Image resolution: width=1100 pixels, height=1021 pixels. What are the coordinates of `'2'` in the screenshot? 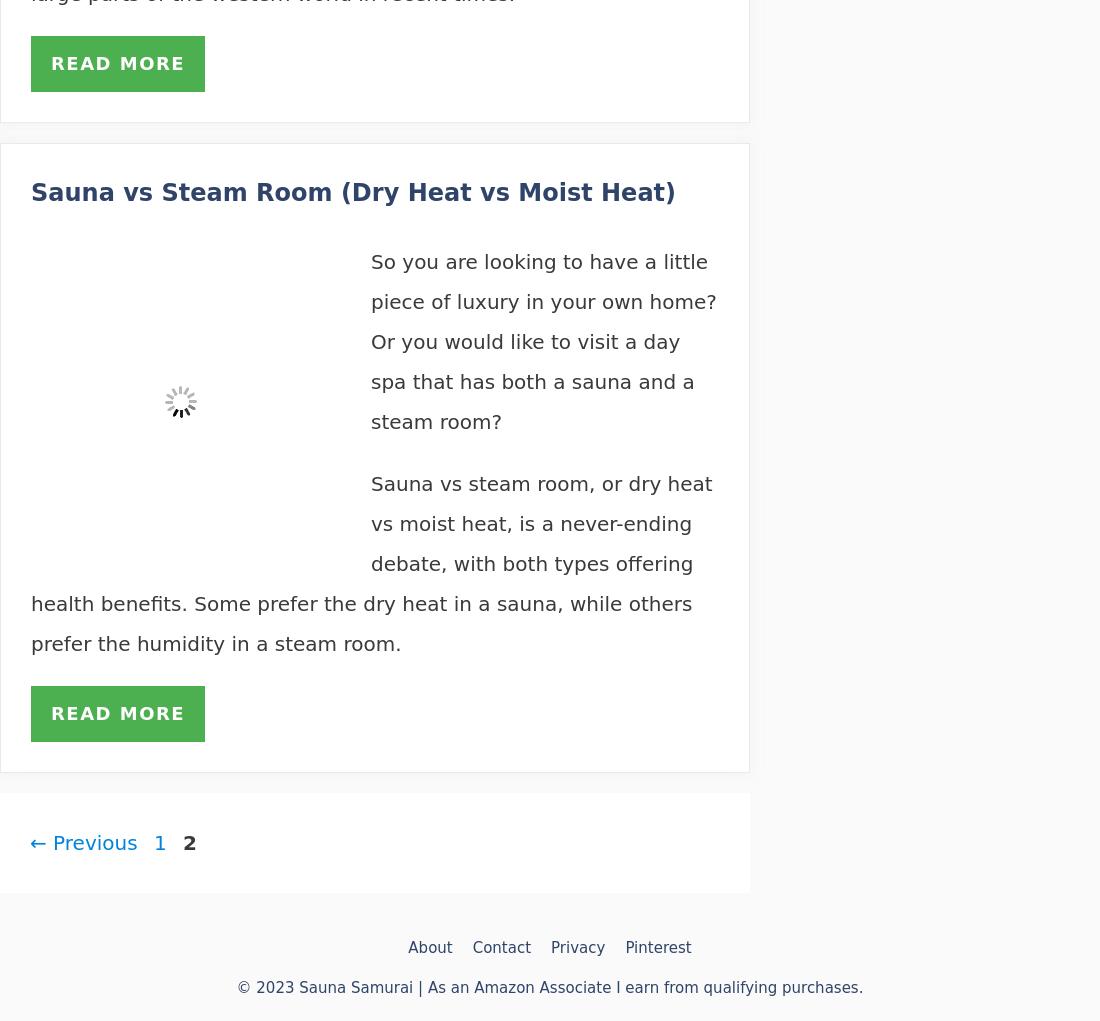 It's located at (188, 843).